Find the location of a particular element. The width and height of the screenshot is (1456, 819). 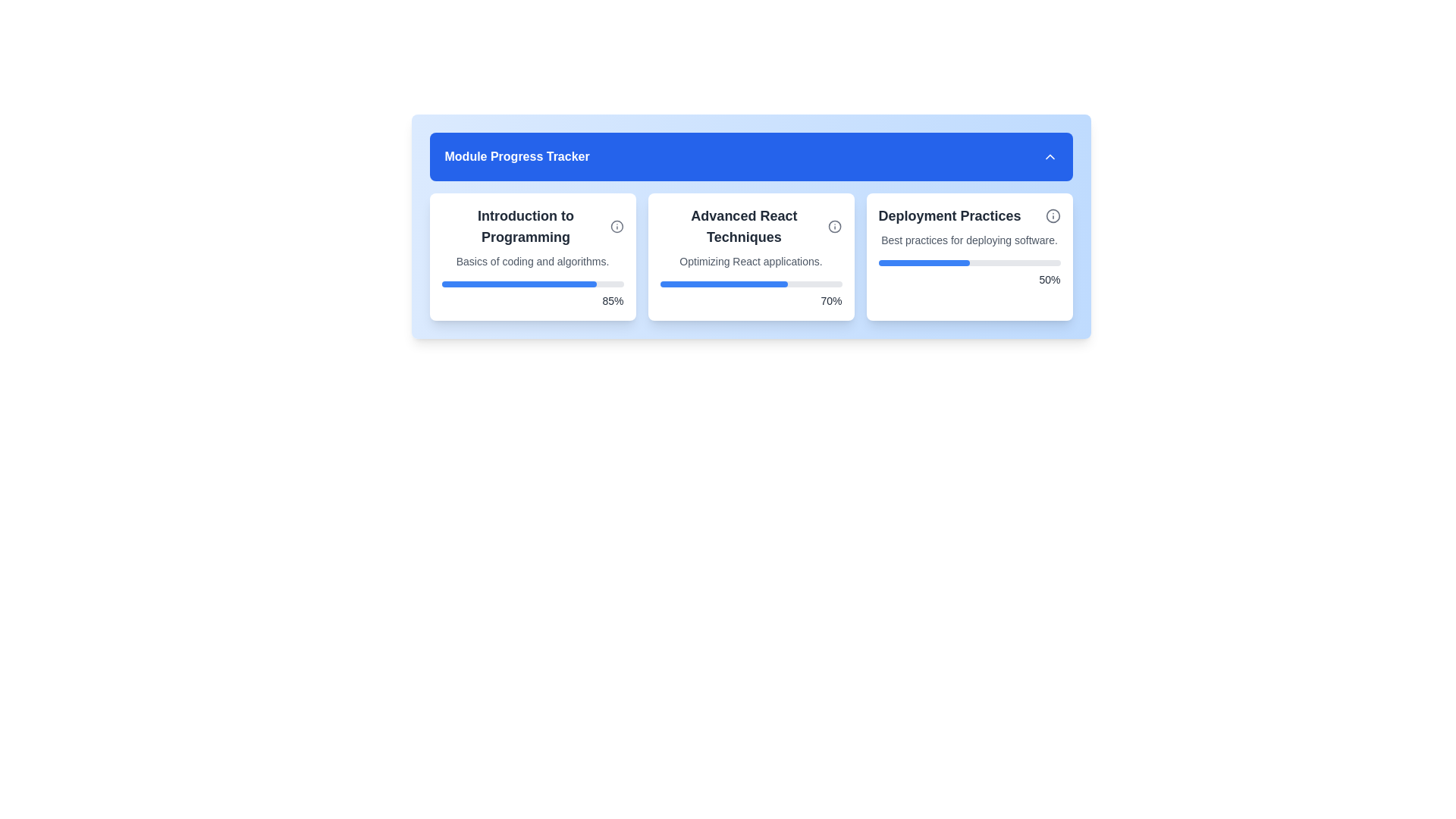

the static text element that provides contextual information about advanced React techniques, located below the title in the middle card of a three-card layout is located at coordinates (751, 260).